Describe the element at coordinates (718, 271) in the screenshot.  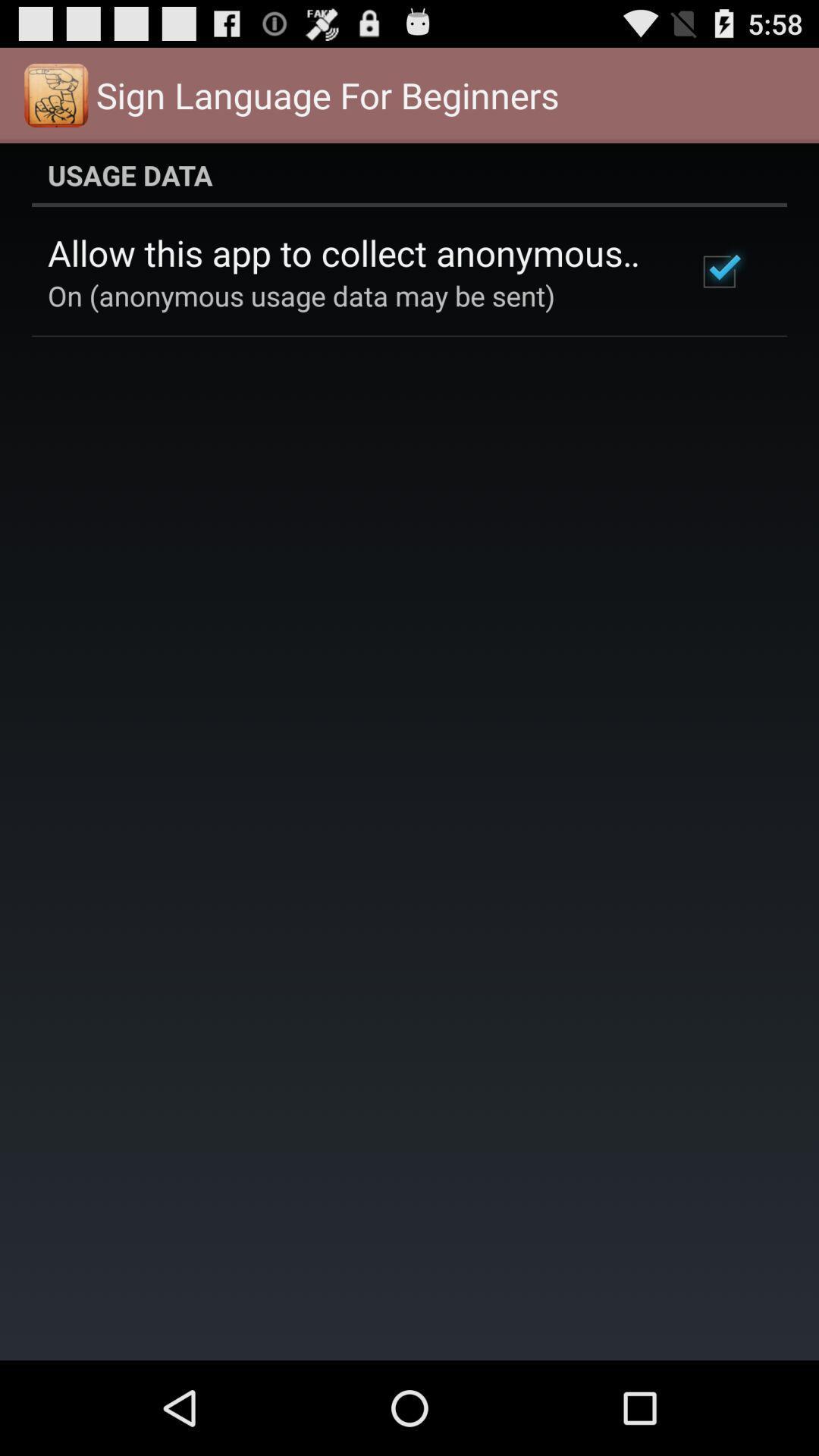
I see `the icon at the top right corner` at that location.